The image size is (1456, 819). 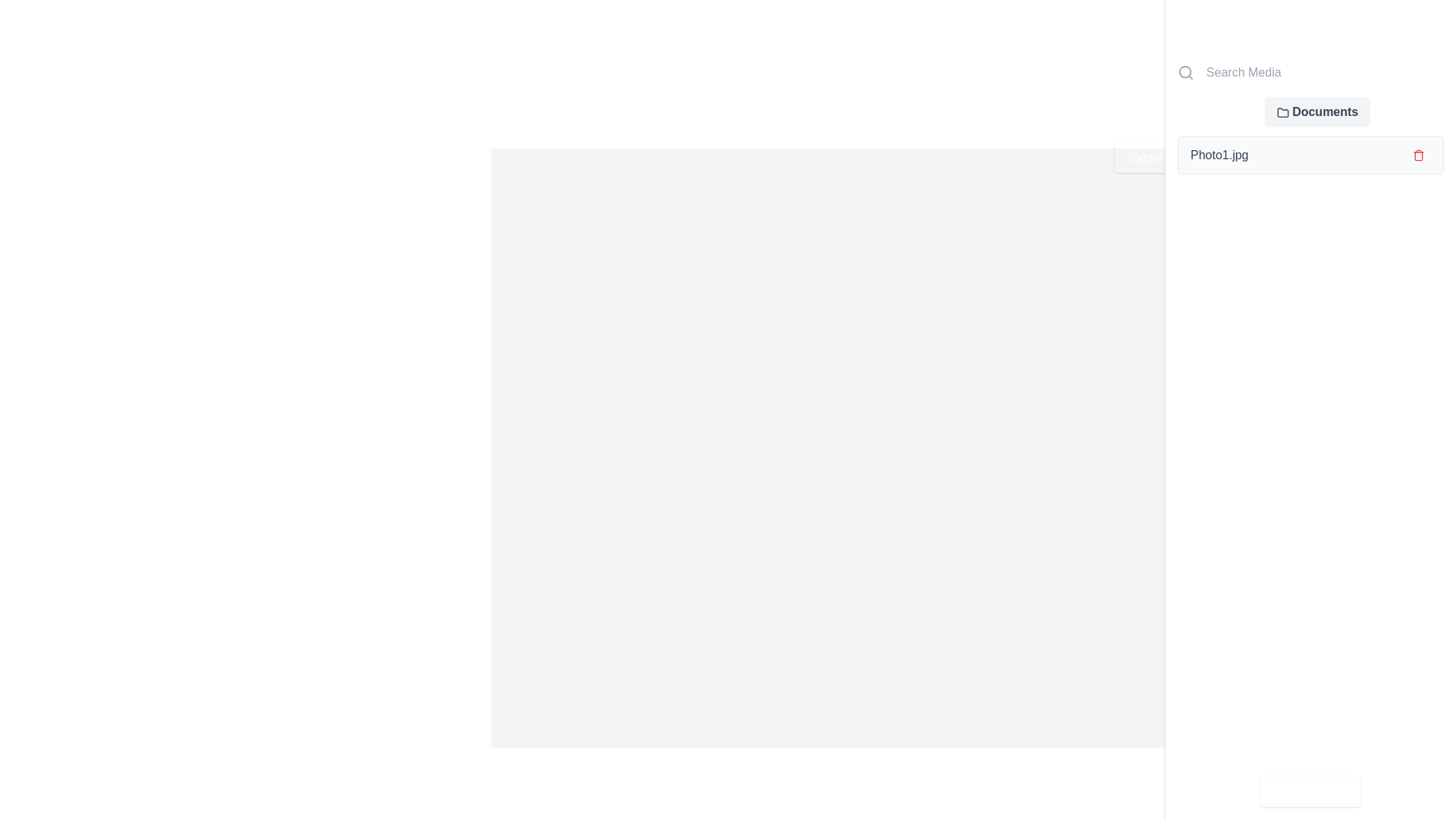 What do you see at coordinates (1418, 155) in the screenshot?
I see `the red trash bin icon button located in the vertical sidebar on the right, adjacent to the 'Documents' folder` at bounding box center [1418, 155].